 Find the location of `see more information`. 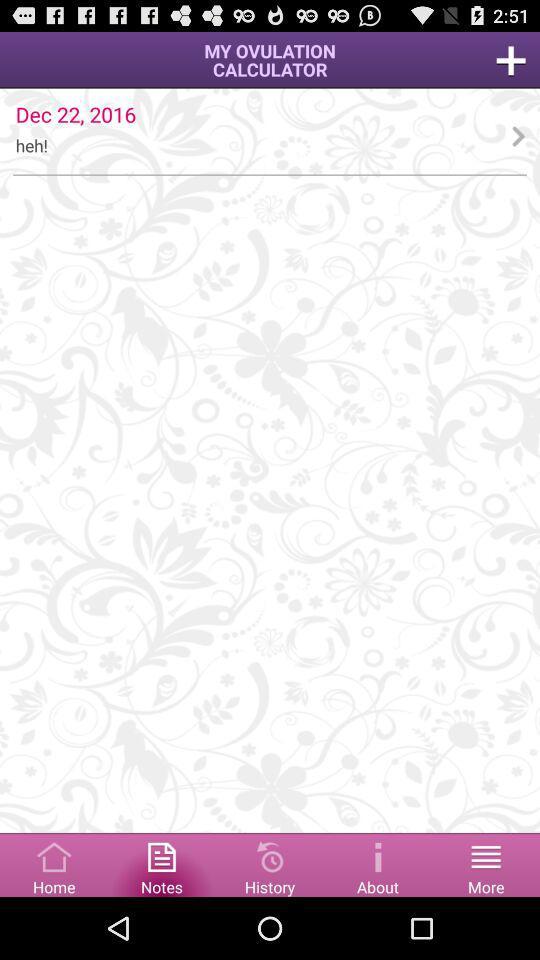

see more information is located at coordinates (378, 863).